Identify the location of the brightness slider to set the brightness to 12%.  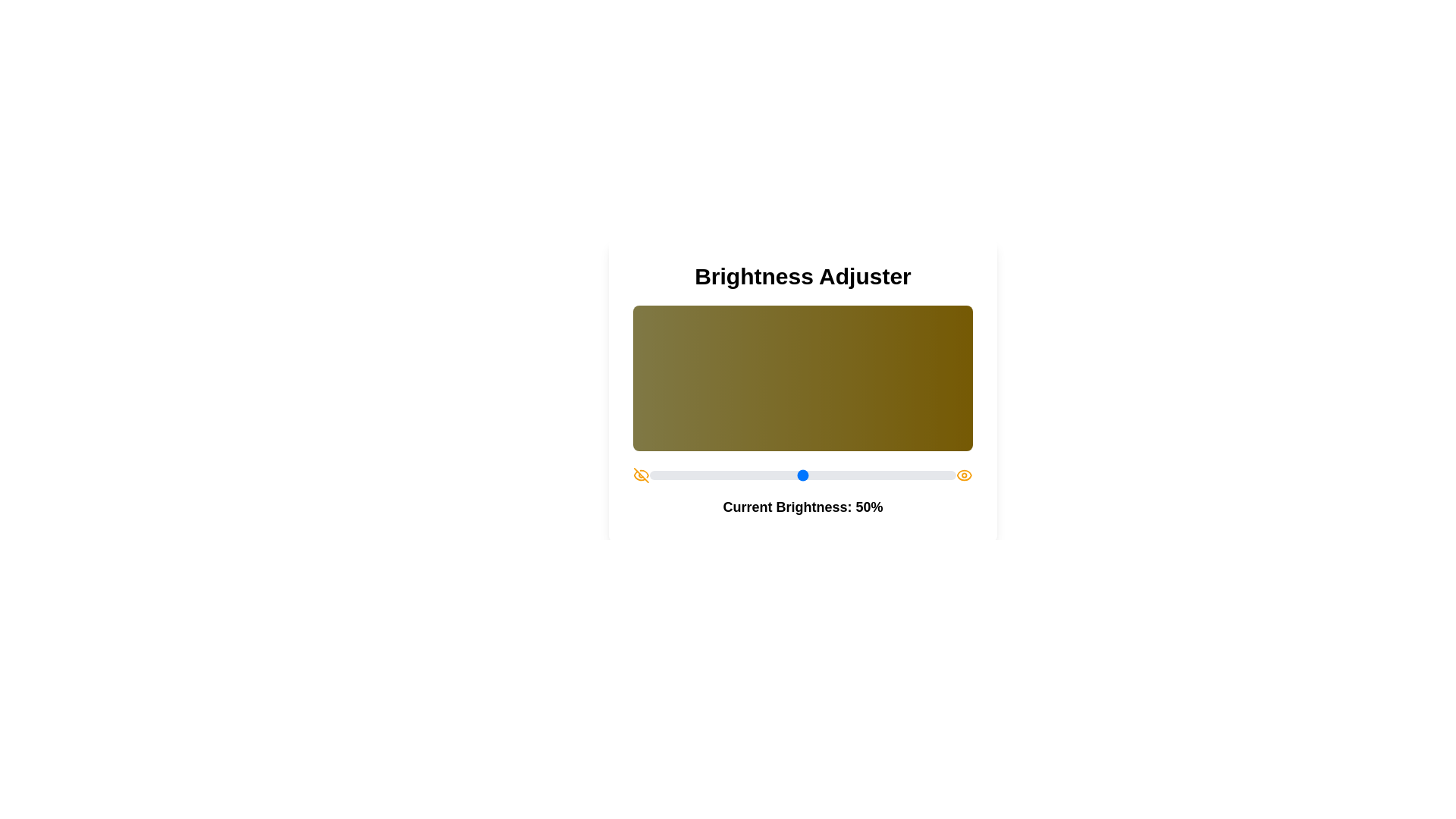
(686, 475).